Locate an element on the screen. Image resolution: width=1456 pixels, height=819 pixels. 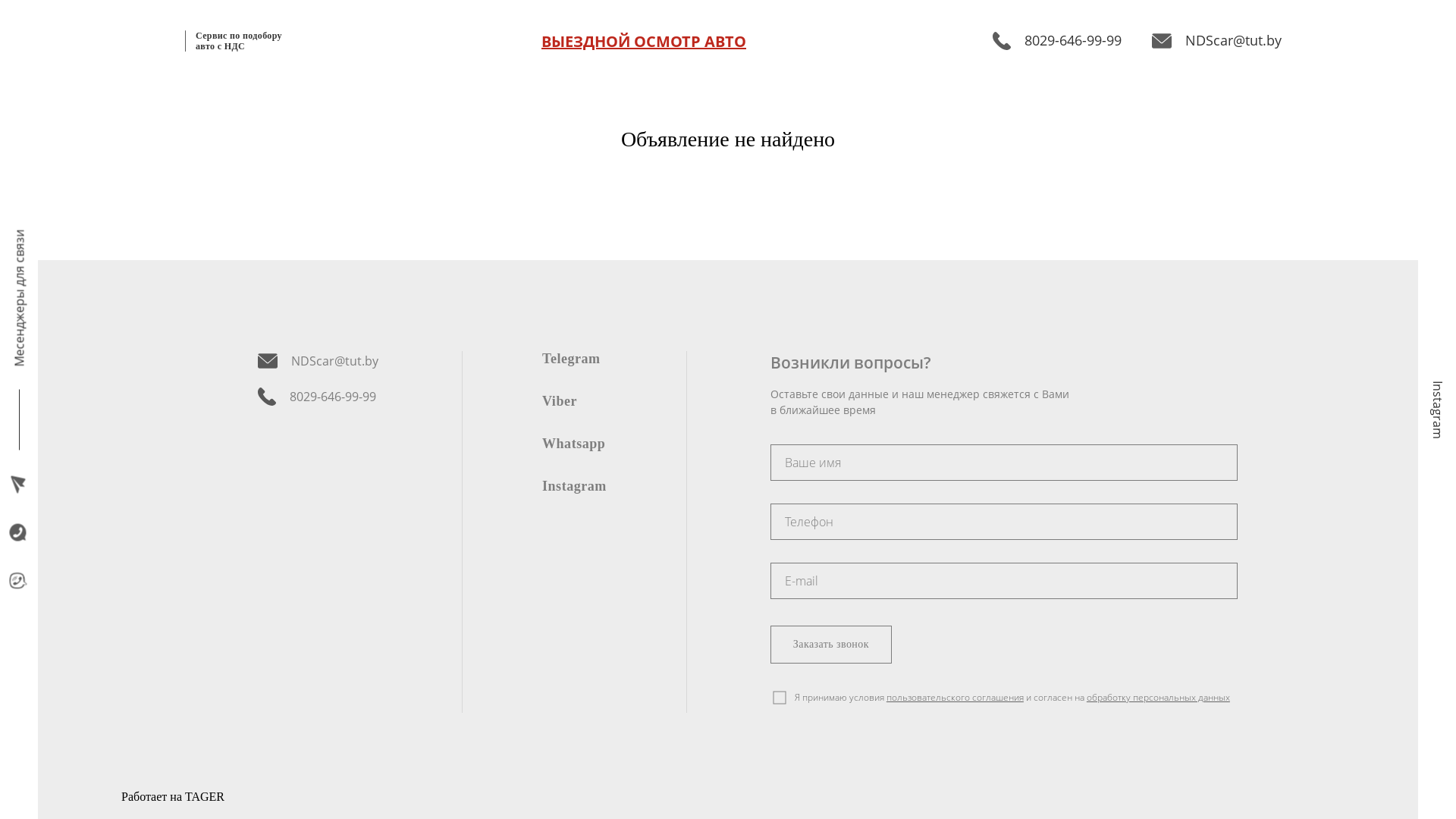
'Whatsapp' is located at coordinates (573, 442).